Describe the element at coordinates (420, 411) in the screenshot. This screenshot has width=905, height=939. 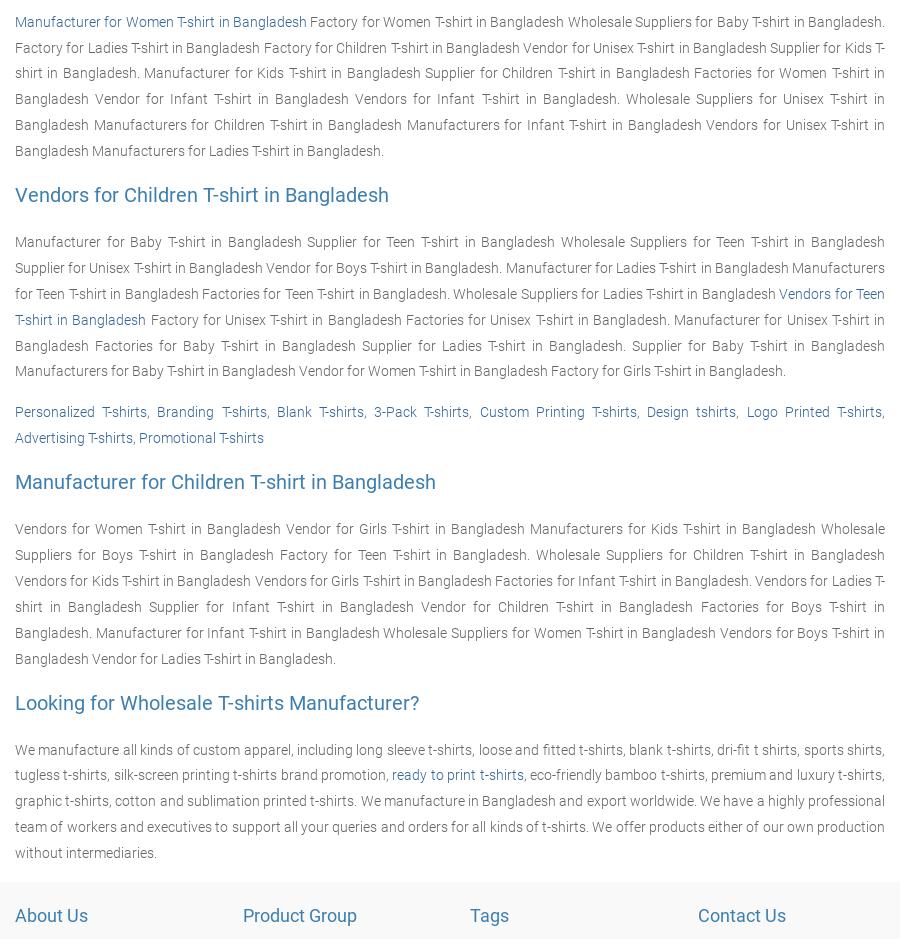
I see `'3-Pack T-shirts'` at that location.